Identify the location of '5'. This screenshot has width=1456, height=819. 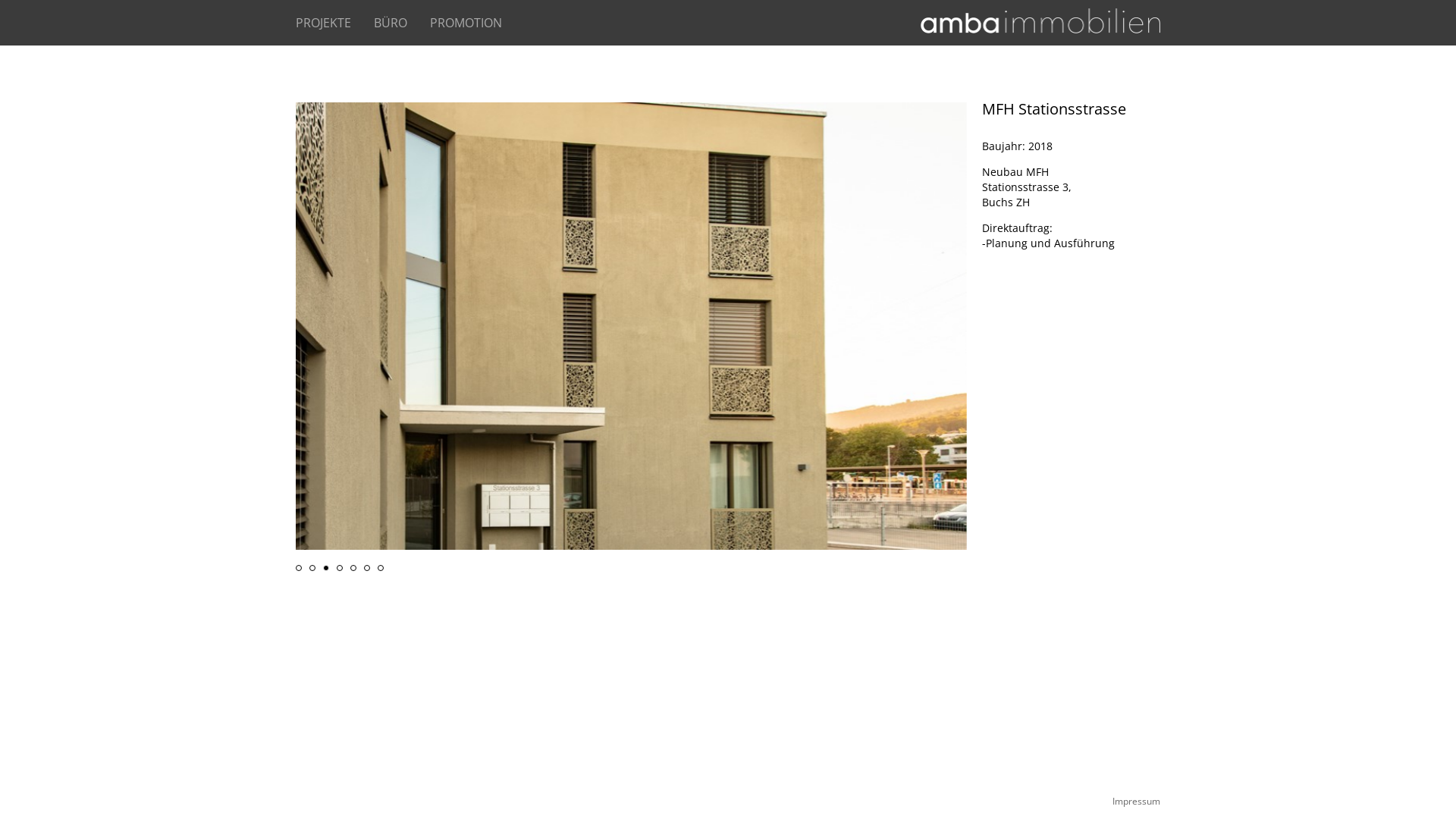
(352, 567).